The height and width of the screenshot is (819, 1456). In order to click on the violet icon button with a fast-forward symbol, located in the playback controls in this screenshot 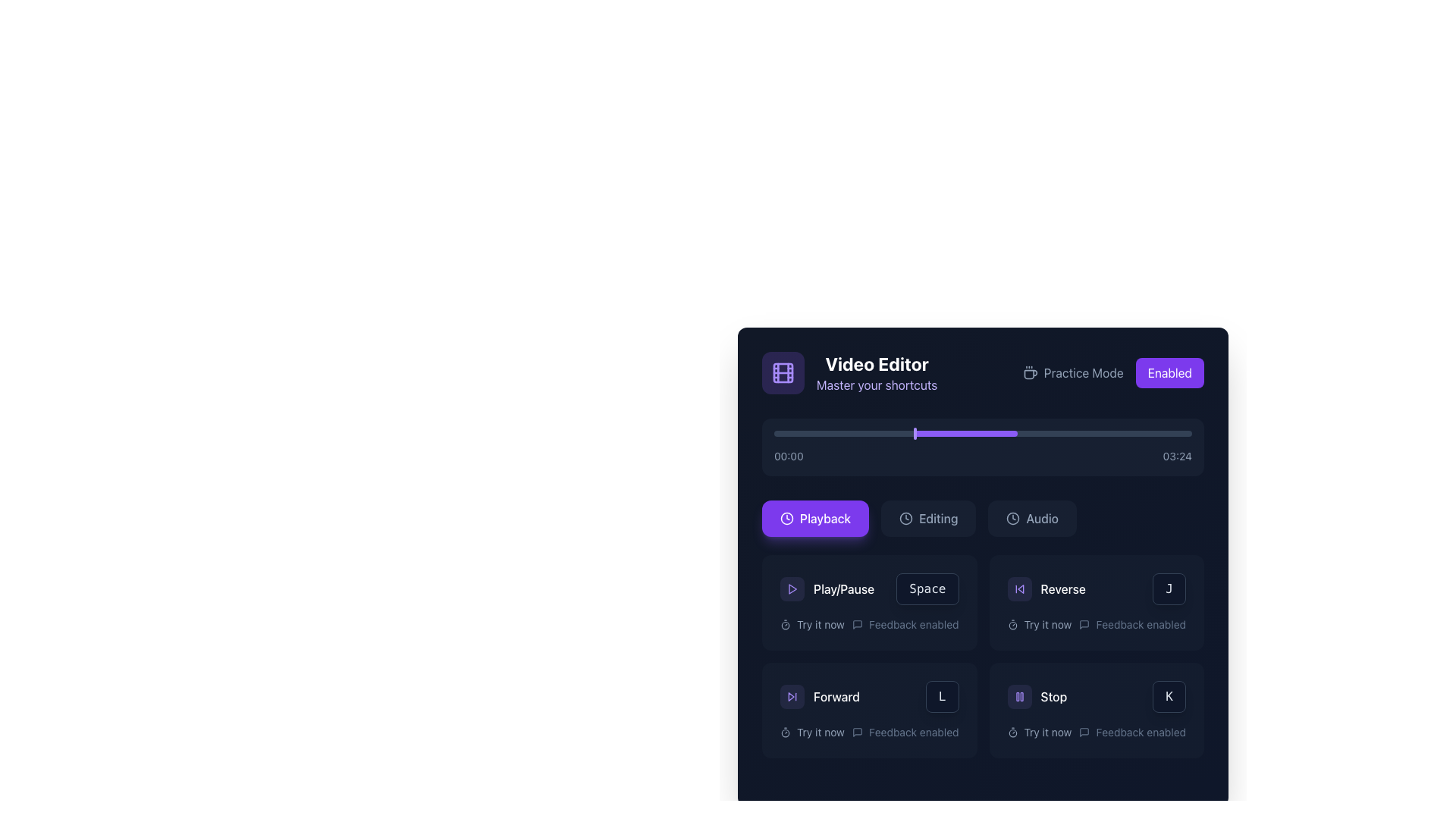, I will do `click(792, 696)`.